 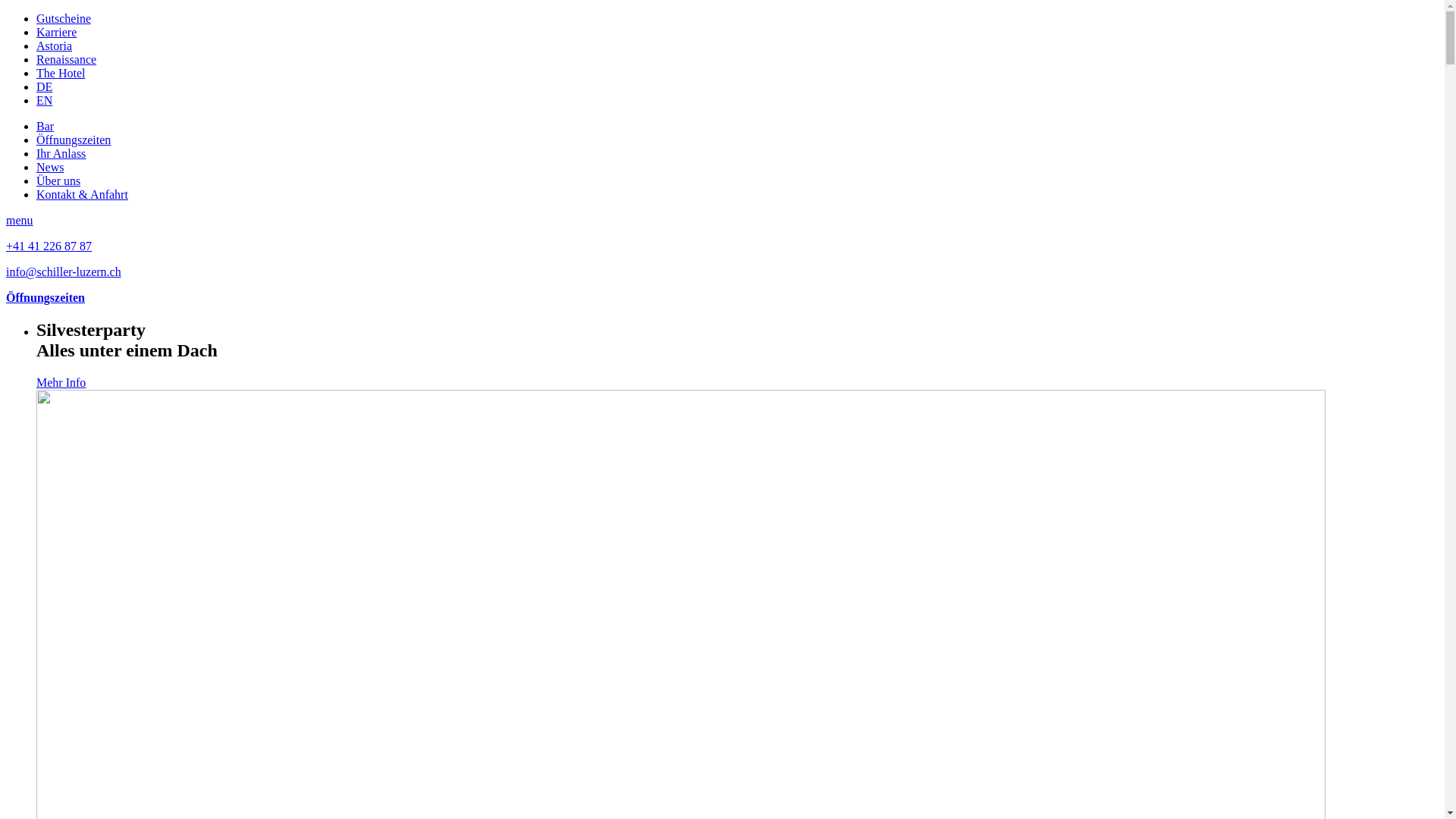 What do you see at coordinates (44, 86) in the screenshot?
I see `'DE'` at bounding box center [44, 86].